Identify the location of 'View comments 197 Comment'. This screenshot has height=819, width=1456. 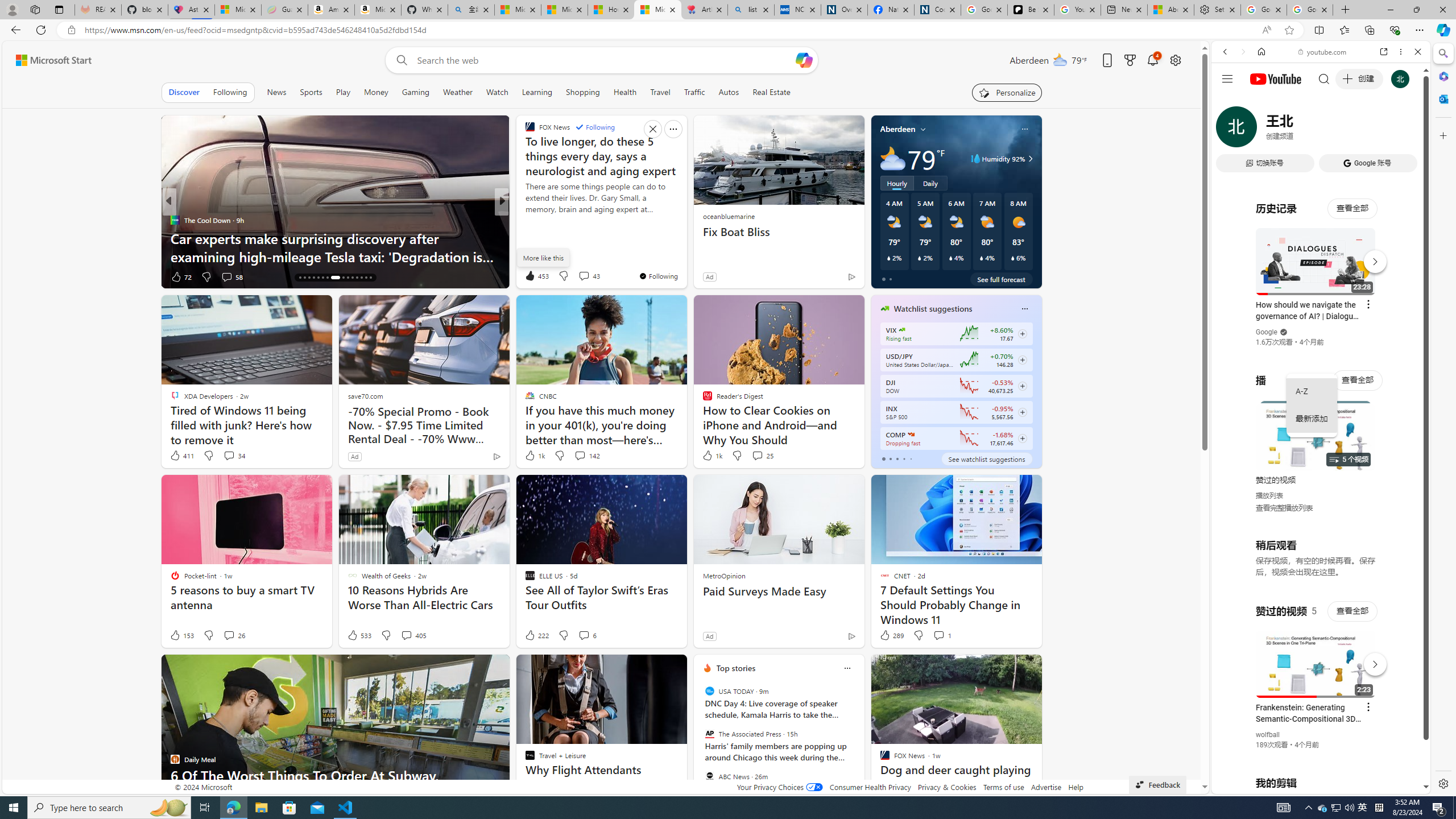
(586, 276).